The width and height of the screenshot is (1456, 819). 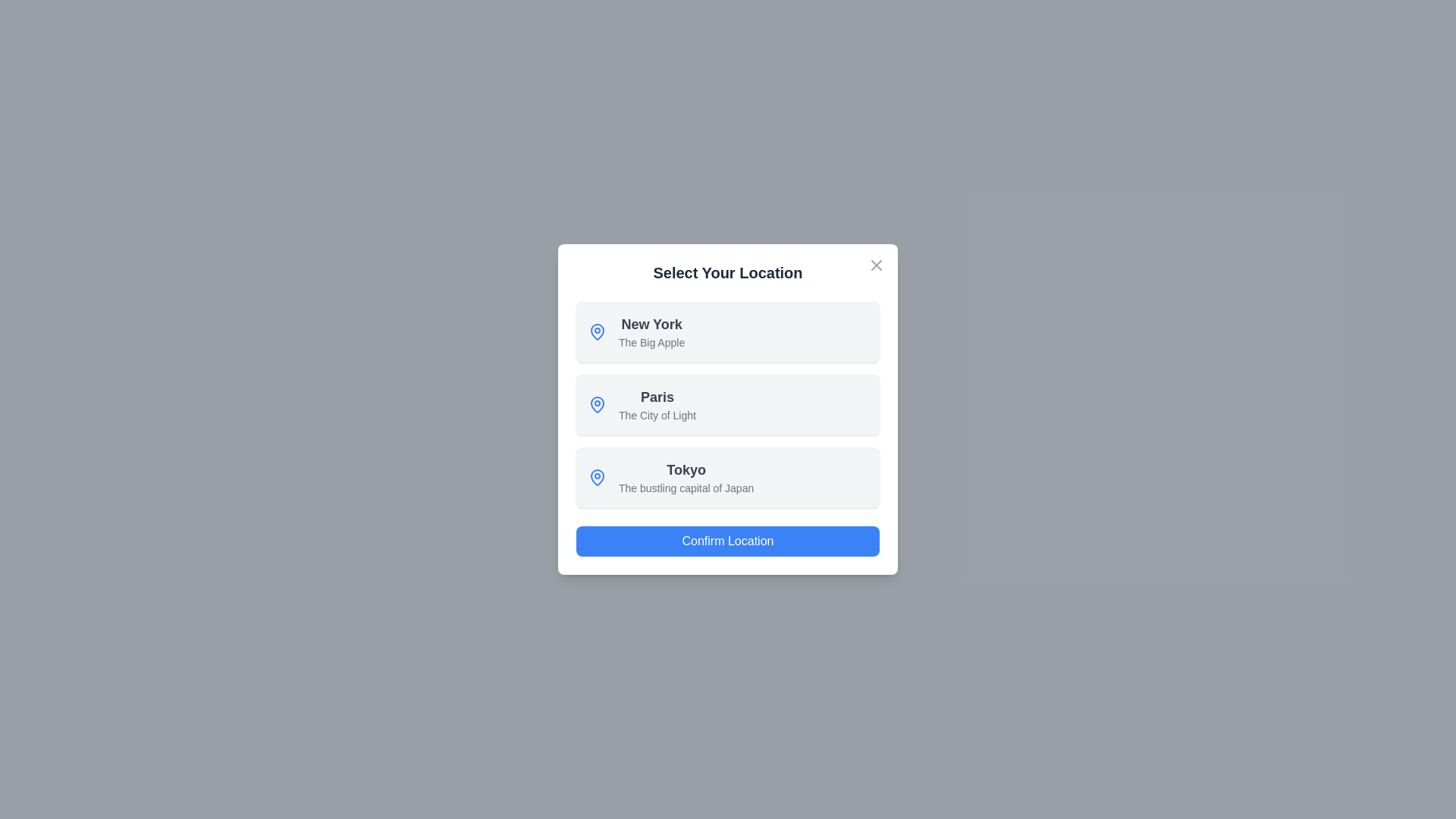 What do you see at coordinates (728, 403) in the screenshot?
I see `the location item corresponding to Paris` at bounding box center [728, 403].